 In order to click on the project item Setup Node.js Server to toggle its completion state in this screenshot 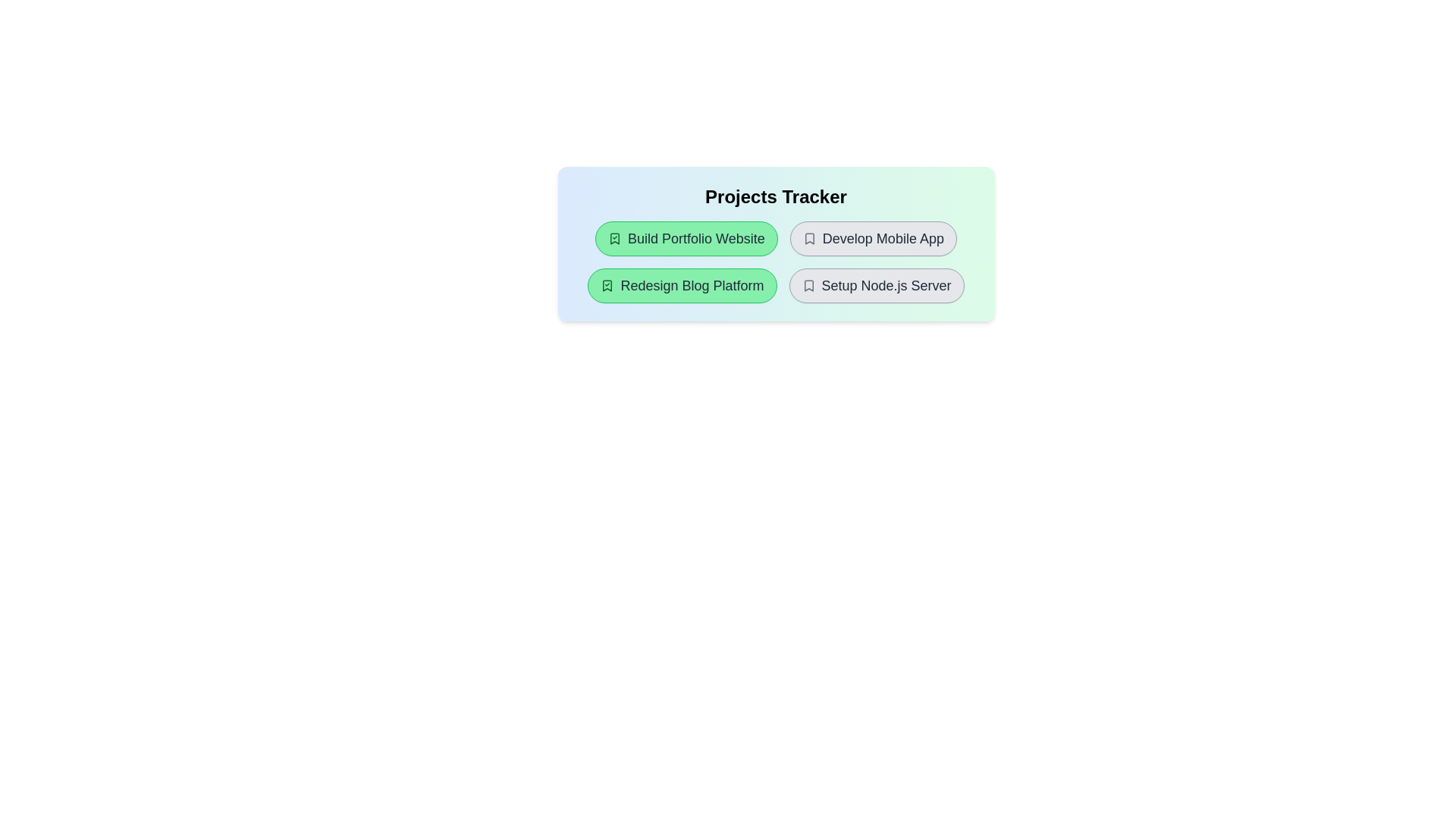, I will do `click(877, 286)`.